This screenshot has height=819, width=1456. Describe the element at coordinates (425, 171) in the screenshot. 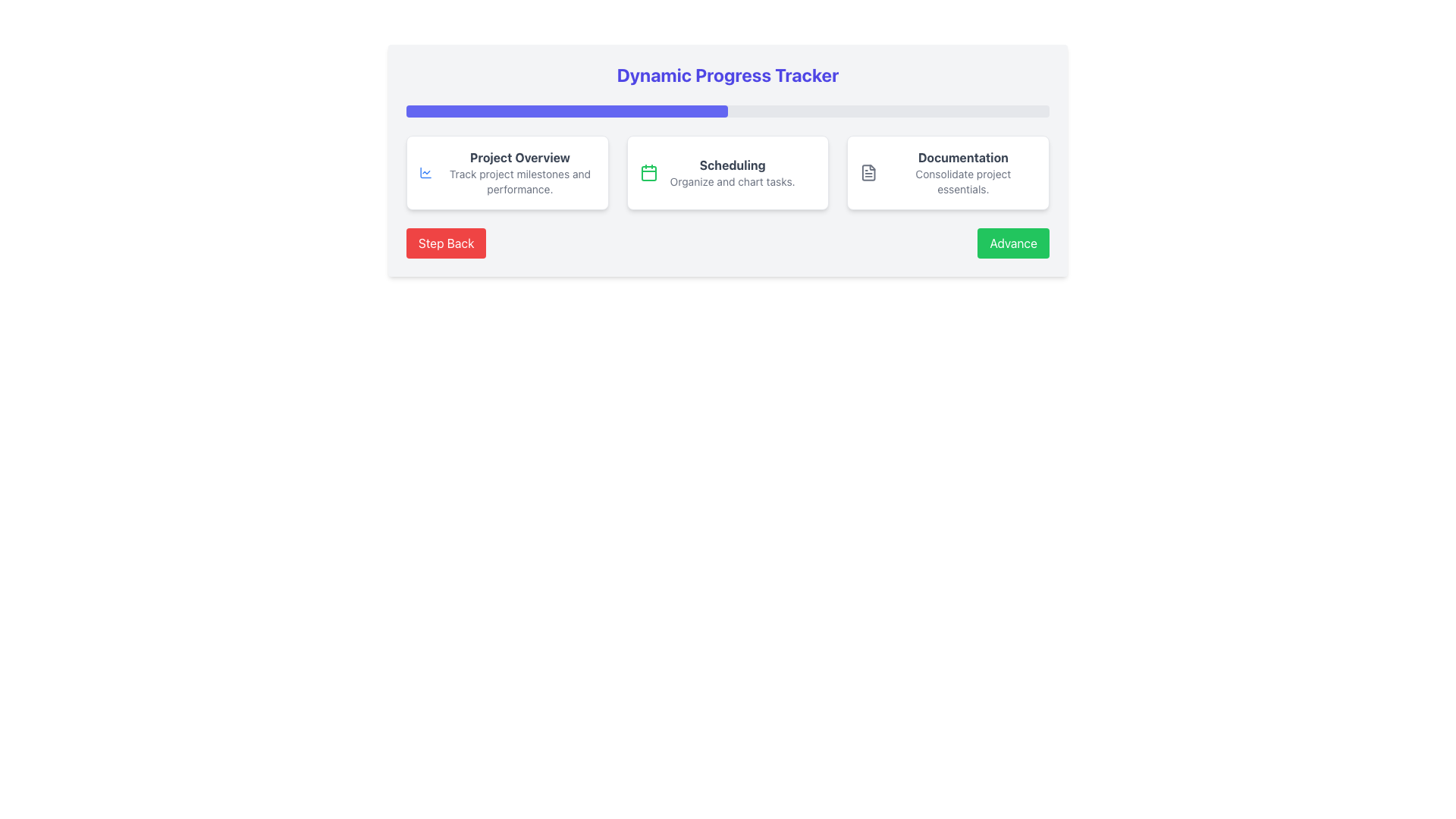

I see `the decorative vector graphic component of the SVG icon located at the top-left of the 'Project Overview' card` at that location.